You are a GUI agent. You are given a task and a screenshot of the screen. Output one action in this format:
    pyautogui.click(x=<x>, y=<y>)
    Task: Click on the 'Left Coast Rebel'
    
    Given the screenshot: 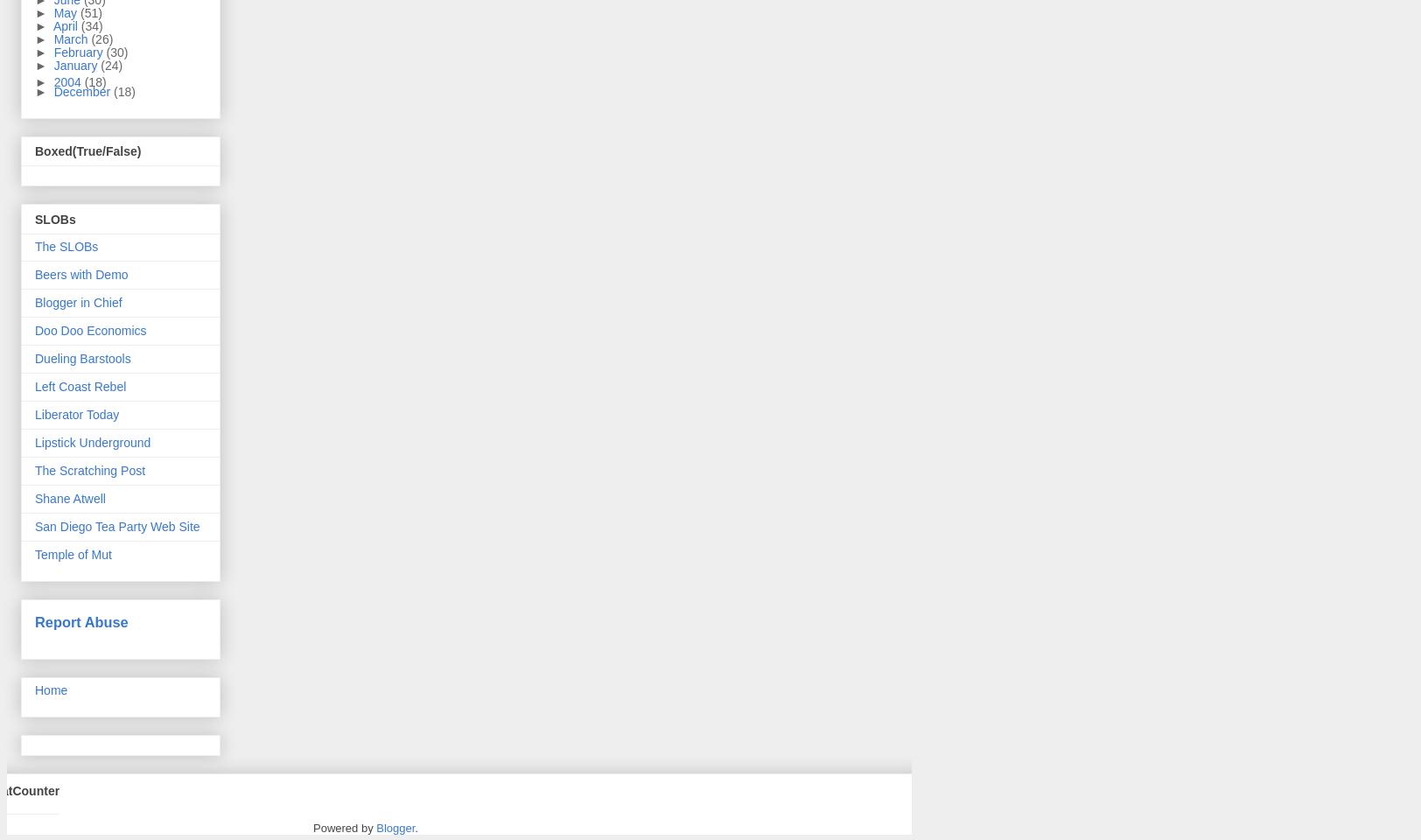 What is the action you would take?
    pyautogui.click(x=80, y=386)
    